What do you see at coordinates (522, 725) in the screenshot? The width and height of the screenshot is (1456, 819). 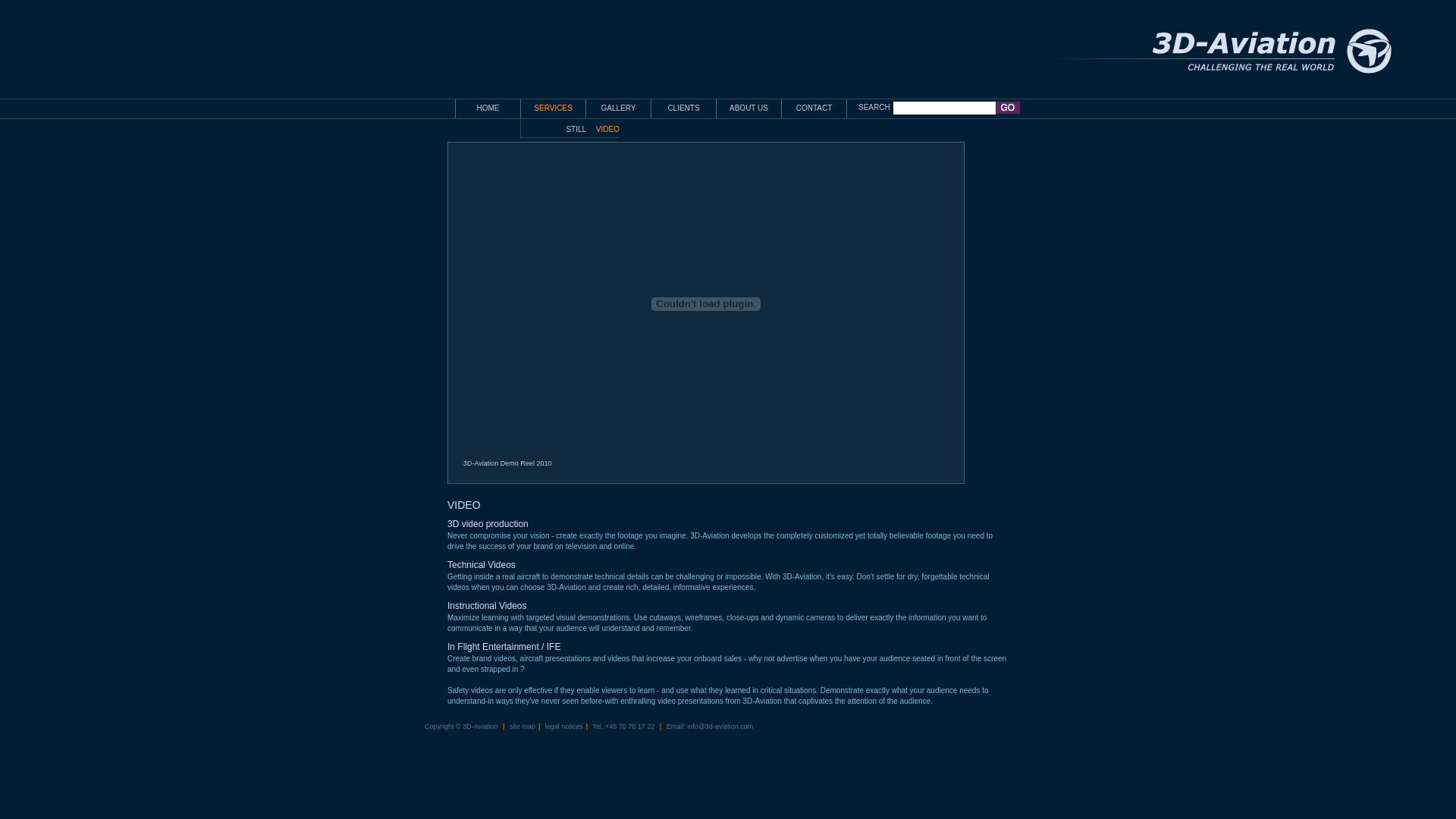 I see `'site map'` at bounding box center [522, 725].